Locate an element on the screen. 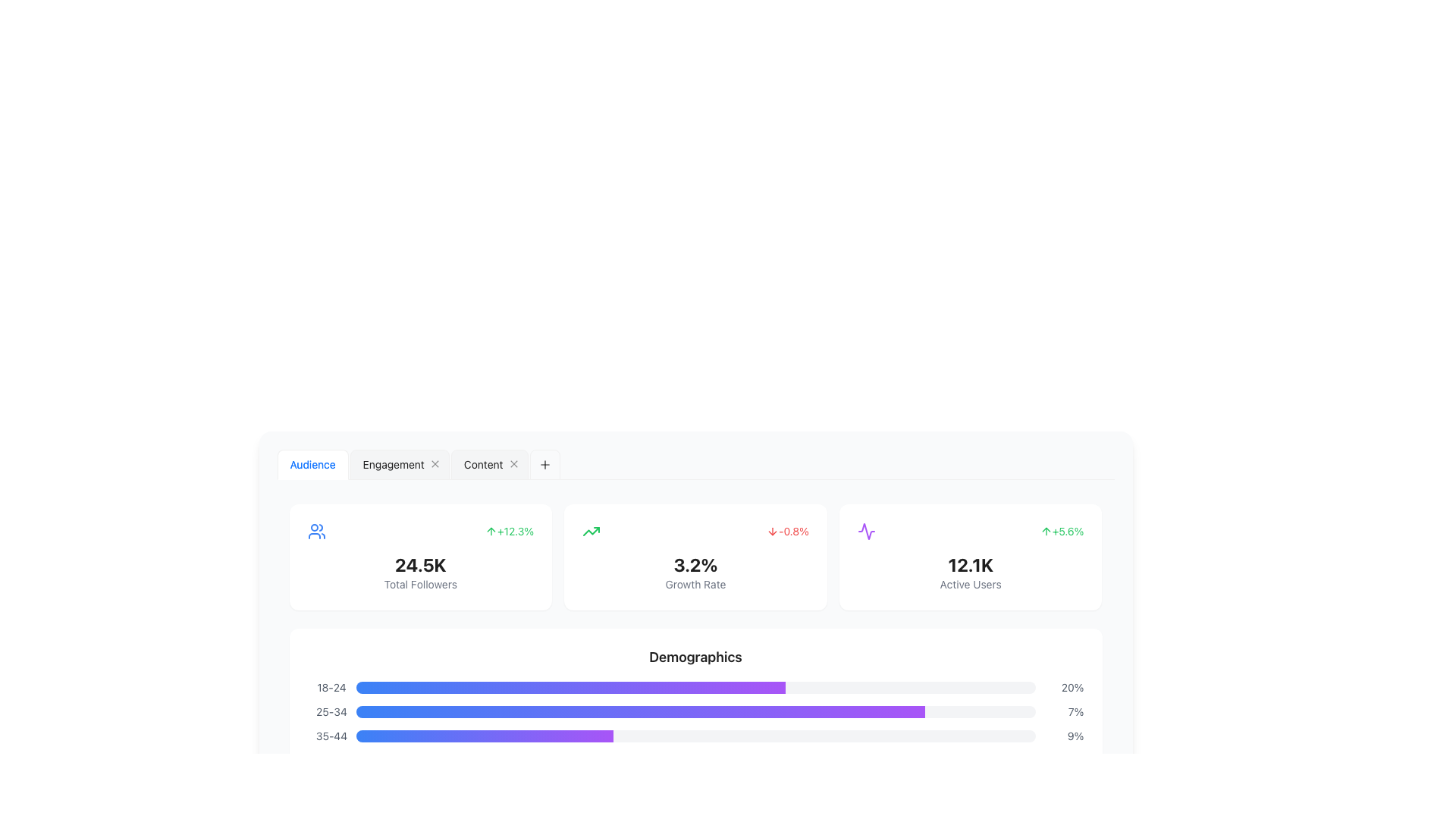  the user-related data icon located in the upper left corner of the first card, which is above the 'Total Followers' label is located at coordinates (315, 531).